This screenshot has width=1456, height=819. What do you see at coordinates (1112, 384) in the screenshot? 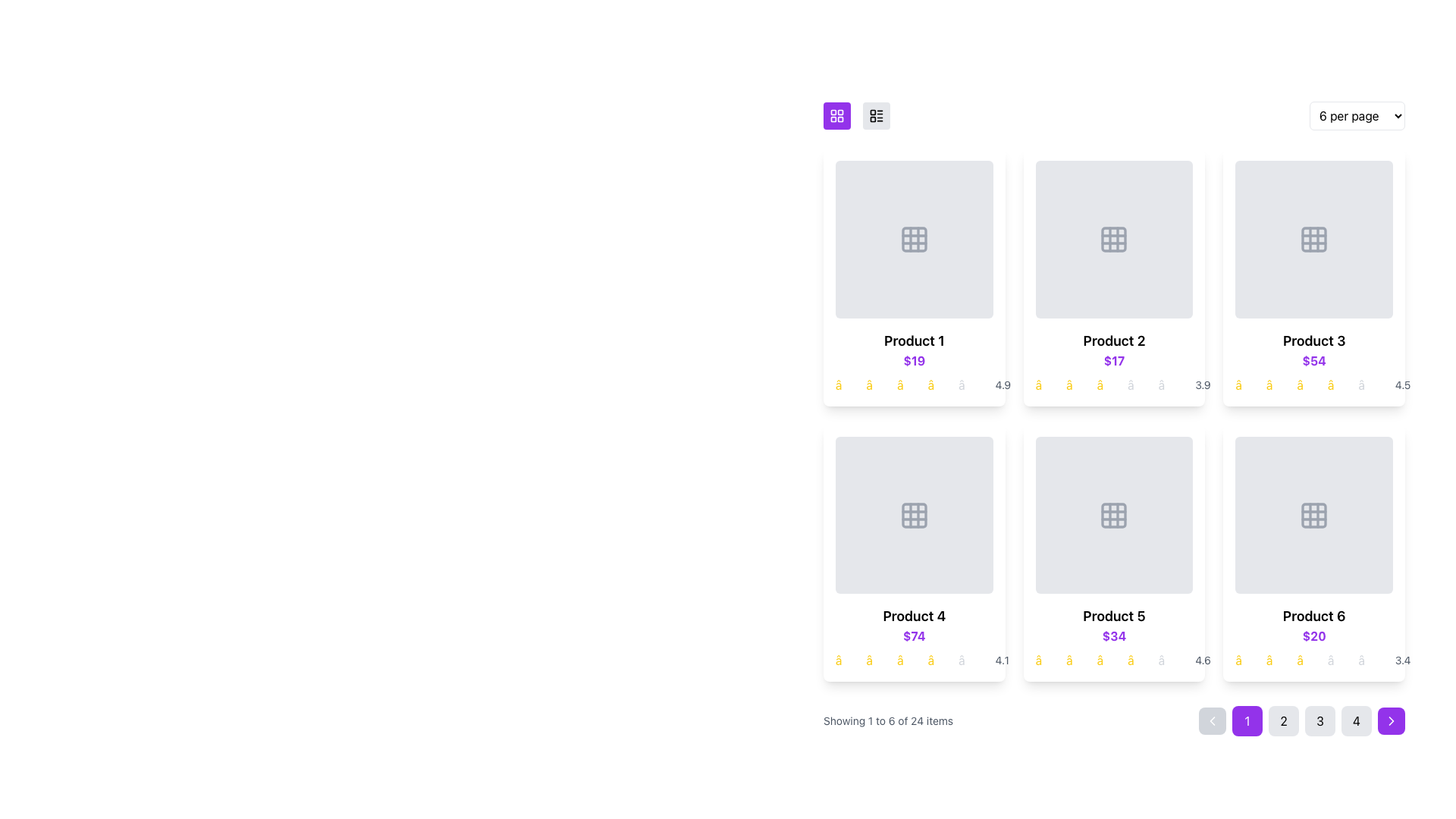
I see `the Rating widget representing a 3 out of 5 rating for 'Product 2' located in the top row and second column of the grid` at bounding box center [1112, 384].